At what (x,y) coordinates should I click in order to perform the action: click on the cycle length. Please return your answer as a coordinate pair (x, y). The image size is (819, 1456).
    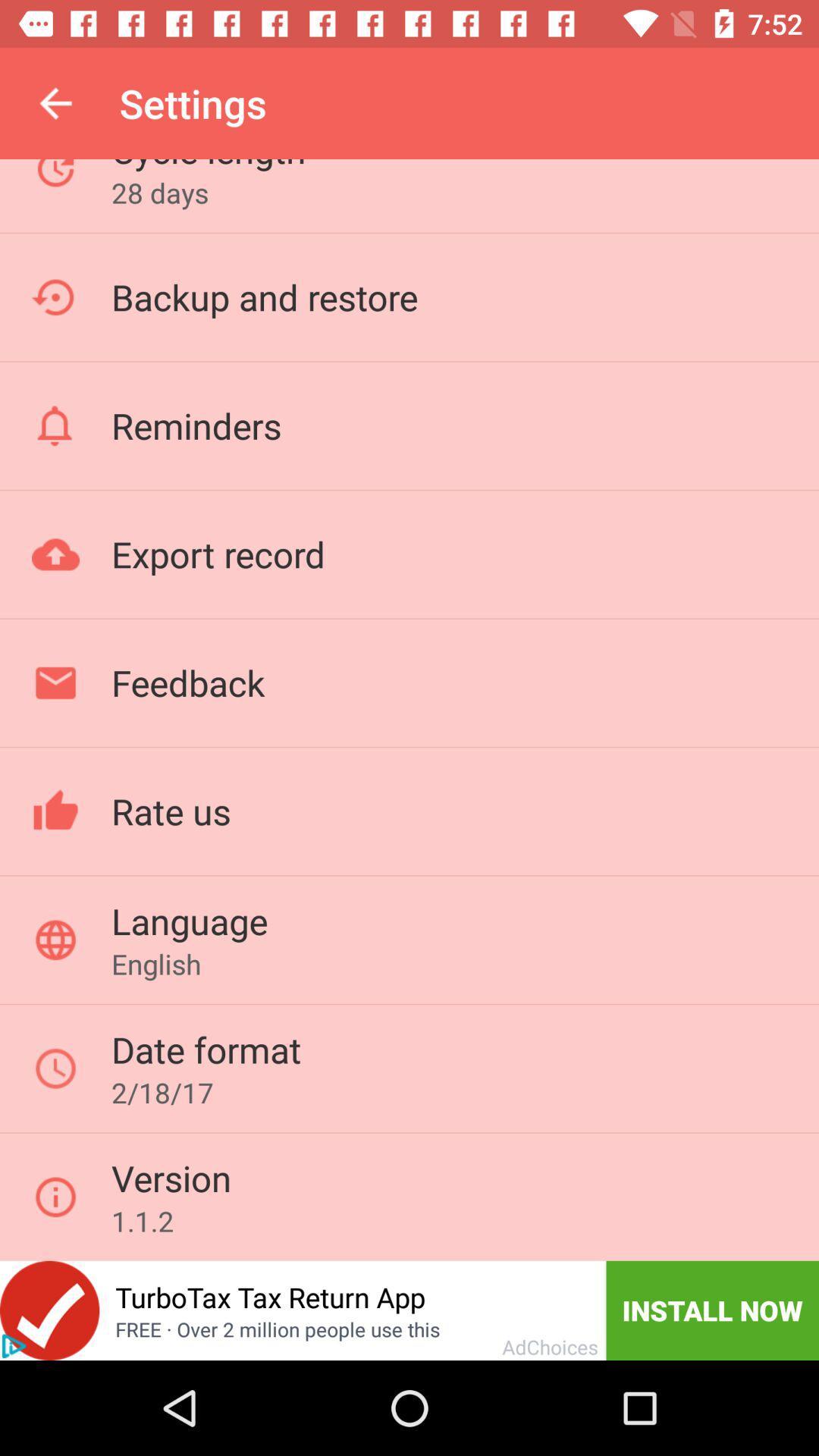
    Looking at the image, I should click on (209, 166).